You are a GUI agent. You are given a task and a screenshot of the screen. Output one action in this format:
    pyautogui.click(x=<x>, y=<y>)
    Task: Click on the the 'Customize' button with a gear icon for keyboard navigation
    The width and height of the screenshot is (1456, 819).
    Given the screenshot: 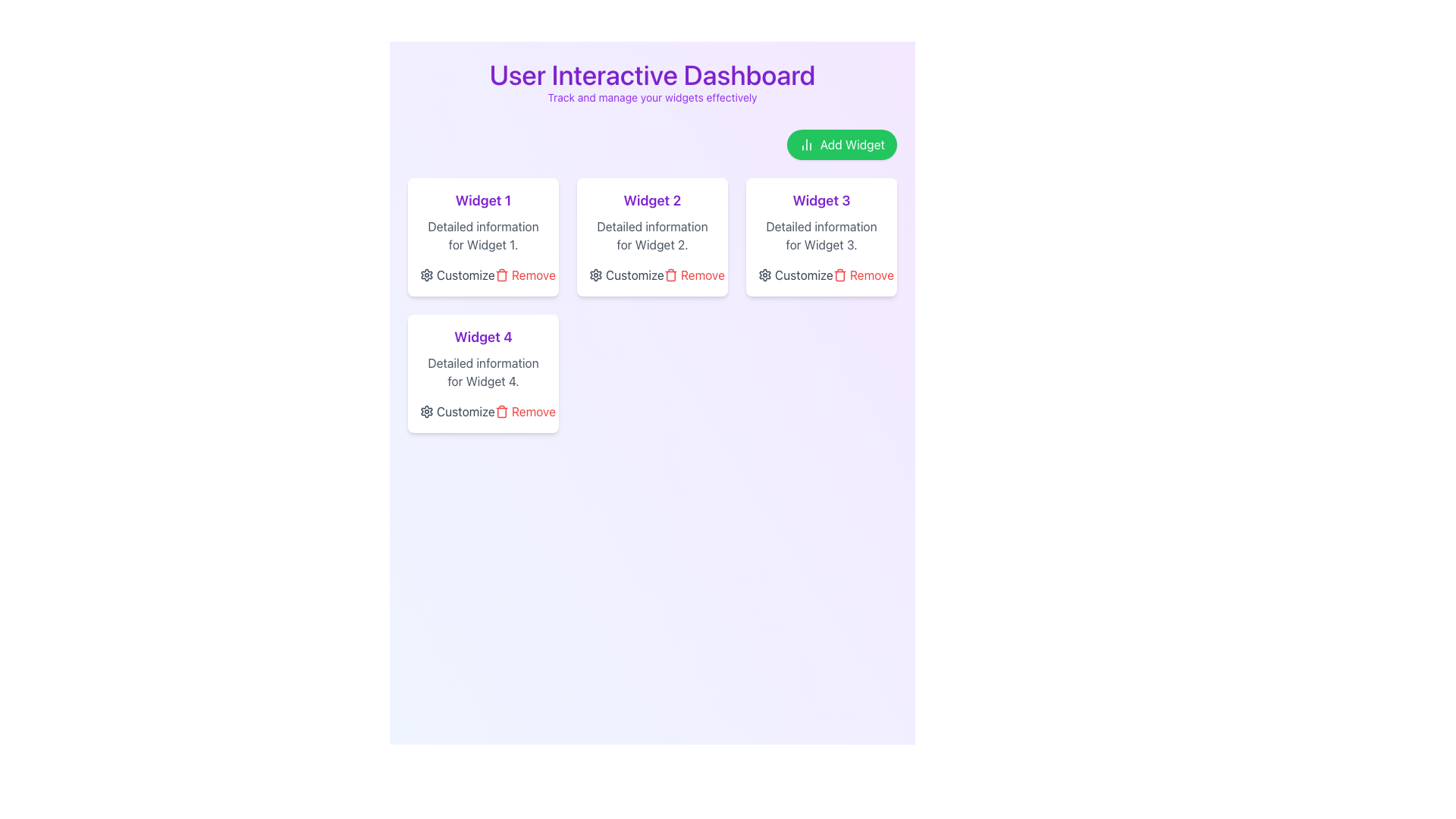 What is the action you would take?
    pyautogui.click(x=795, y=275)
    